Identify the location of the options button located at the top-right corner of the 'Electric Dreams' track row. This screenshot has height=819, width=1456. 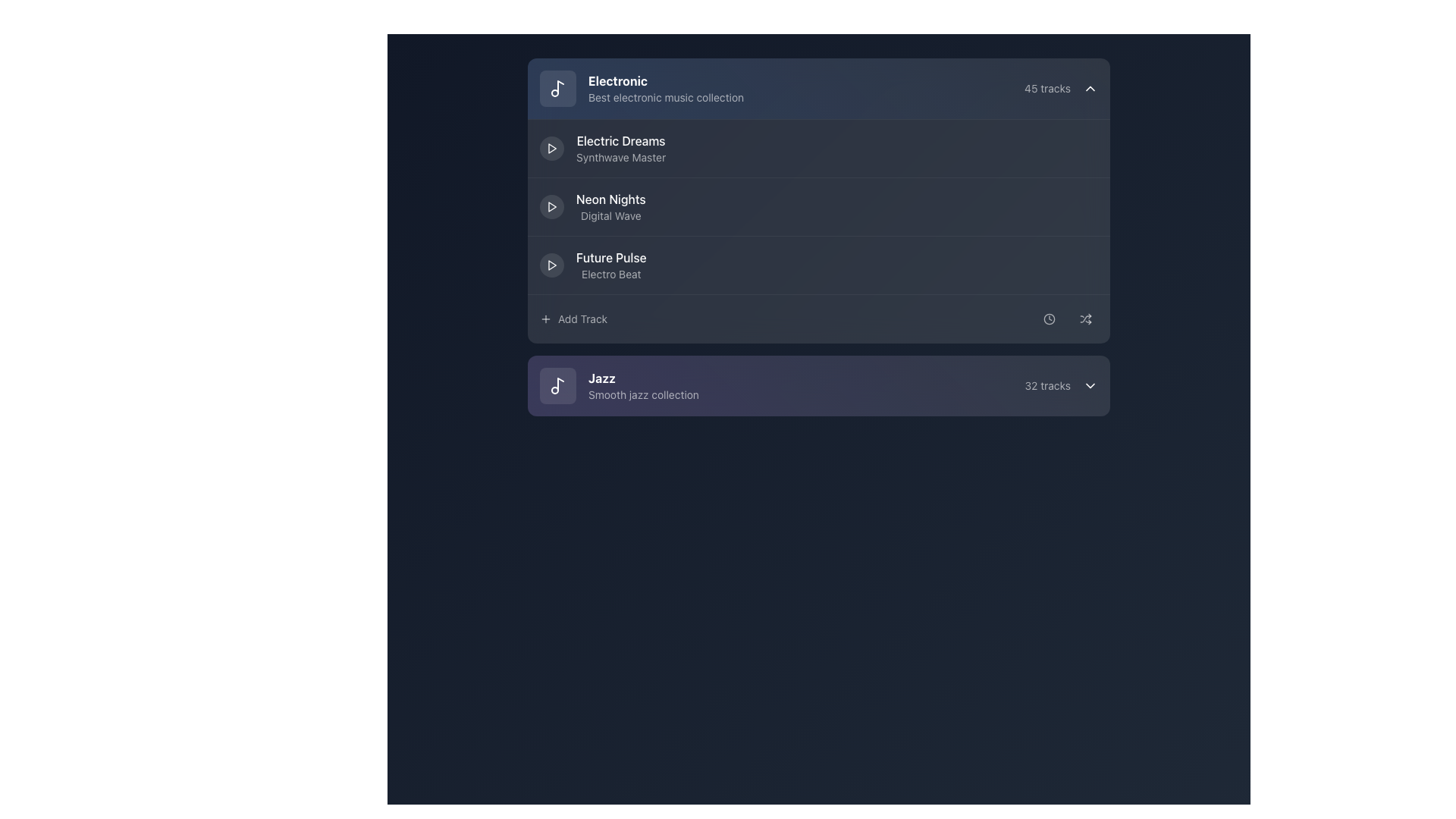
(1084, 149).